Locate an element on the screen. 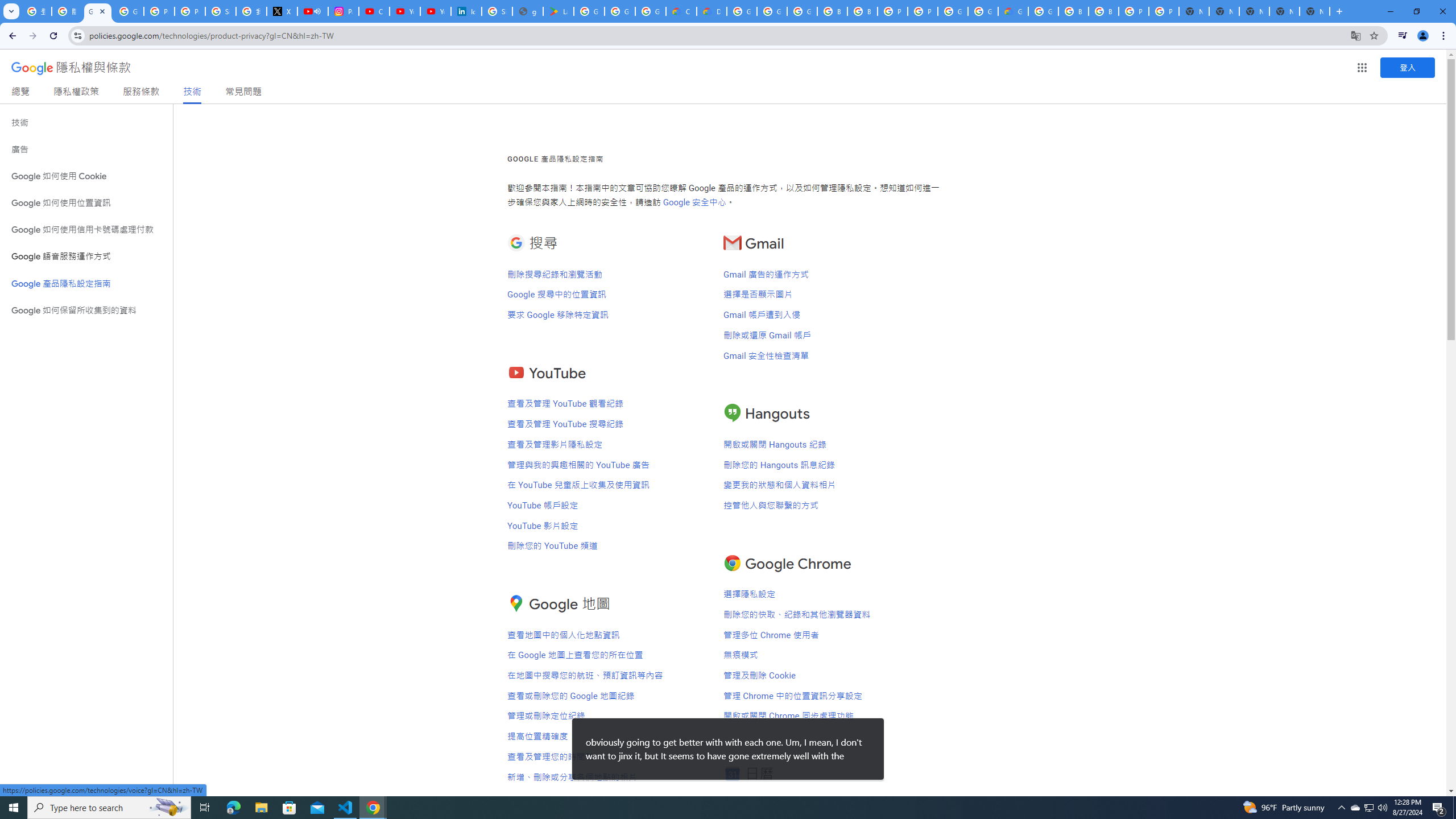  'New Tab' is located at coordinates (1314, 11).